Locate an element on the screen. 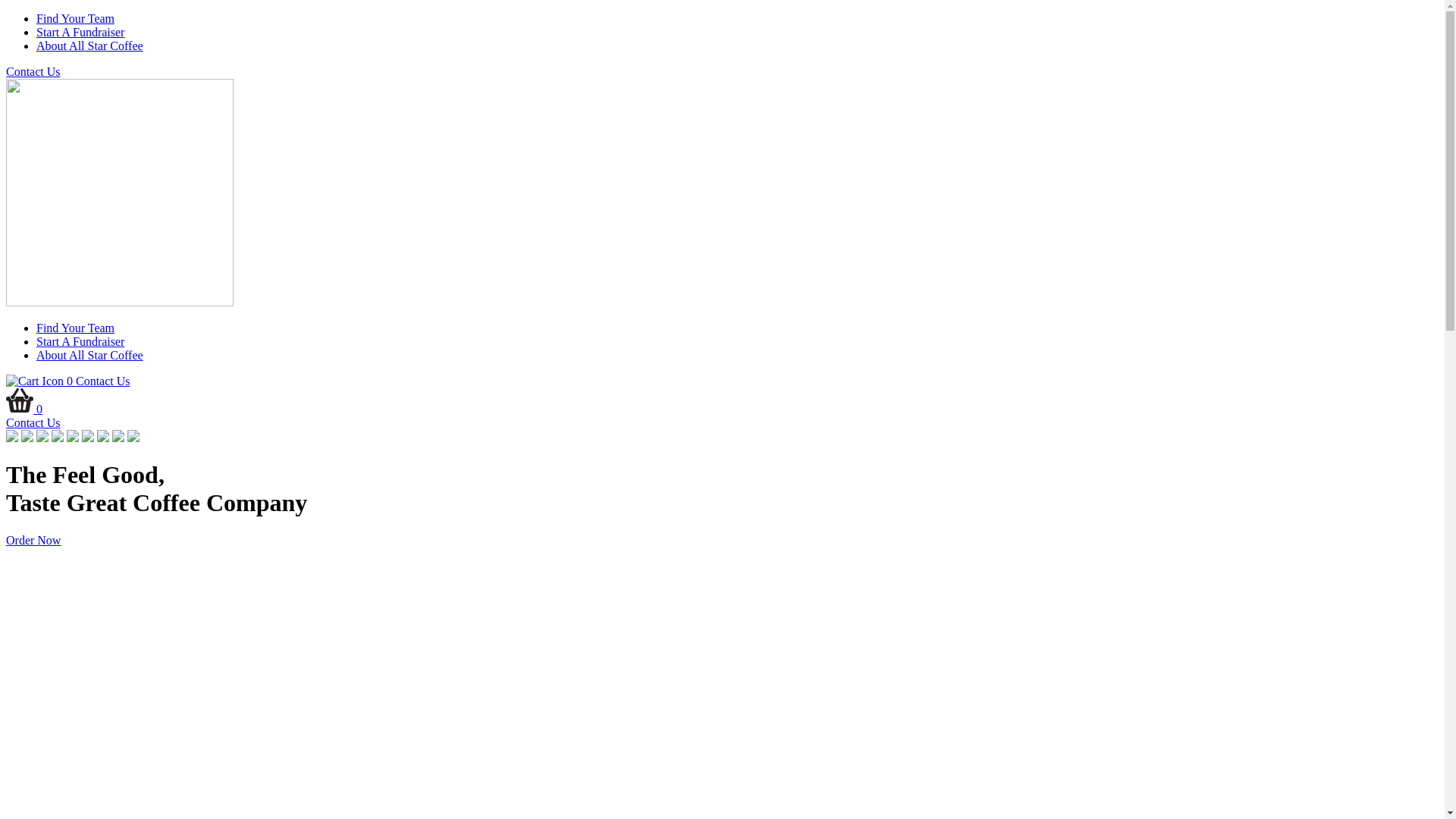  'Start A Fundraiser' is located at coordinates (79, 341).